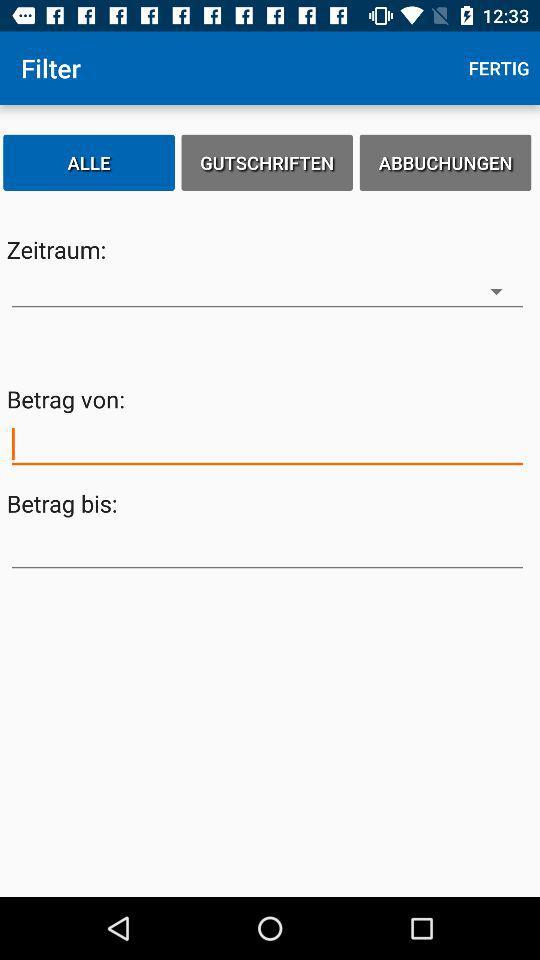 This screenshot has height=960, width=540. I want to click on icon above the zeitraum: icon, so click(88, 161).